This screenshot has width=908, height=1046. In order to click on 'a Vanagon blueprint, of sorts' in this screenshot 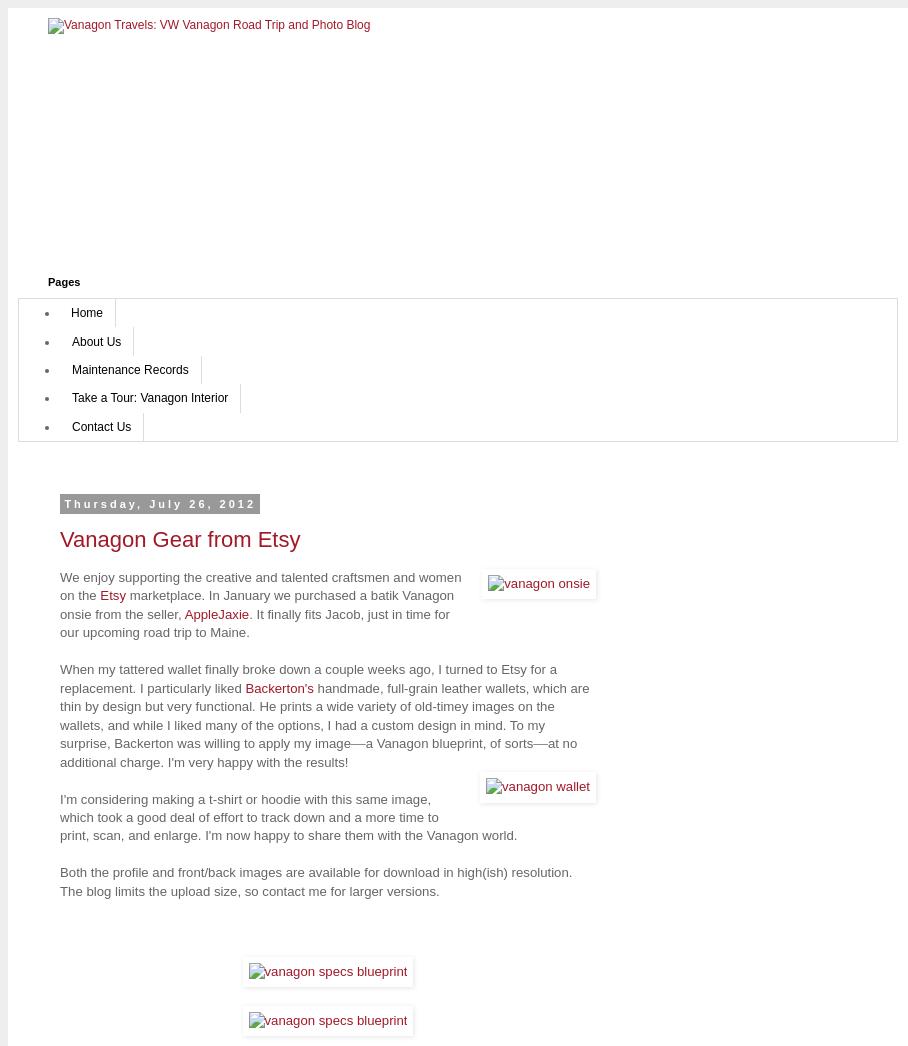, I will do `click(365, 742)`.